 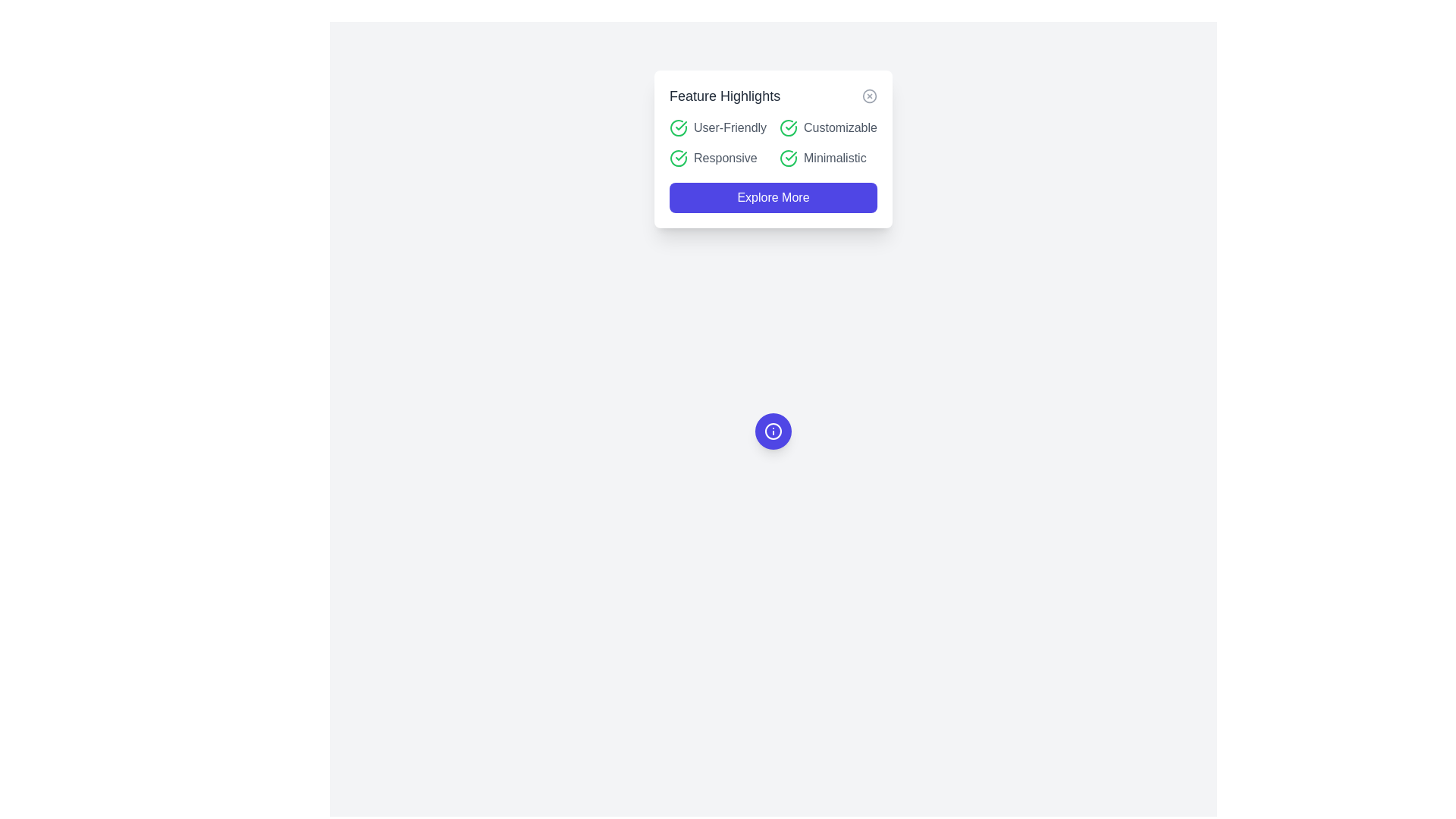 What do you see at coordinates (717, 158) in the screenshot?
I see `the 'Responsive' feature descriptor text element with its associated icon, located in the second row, first column of the grid layout` at bounding box center [717, 158].